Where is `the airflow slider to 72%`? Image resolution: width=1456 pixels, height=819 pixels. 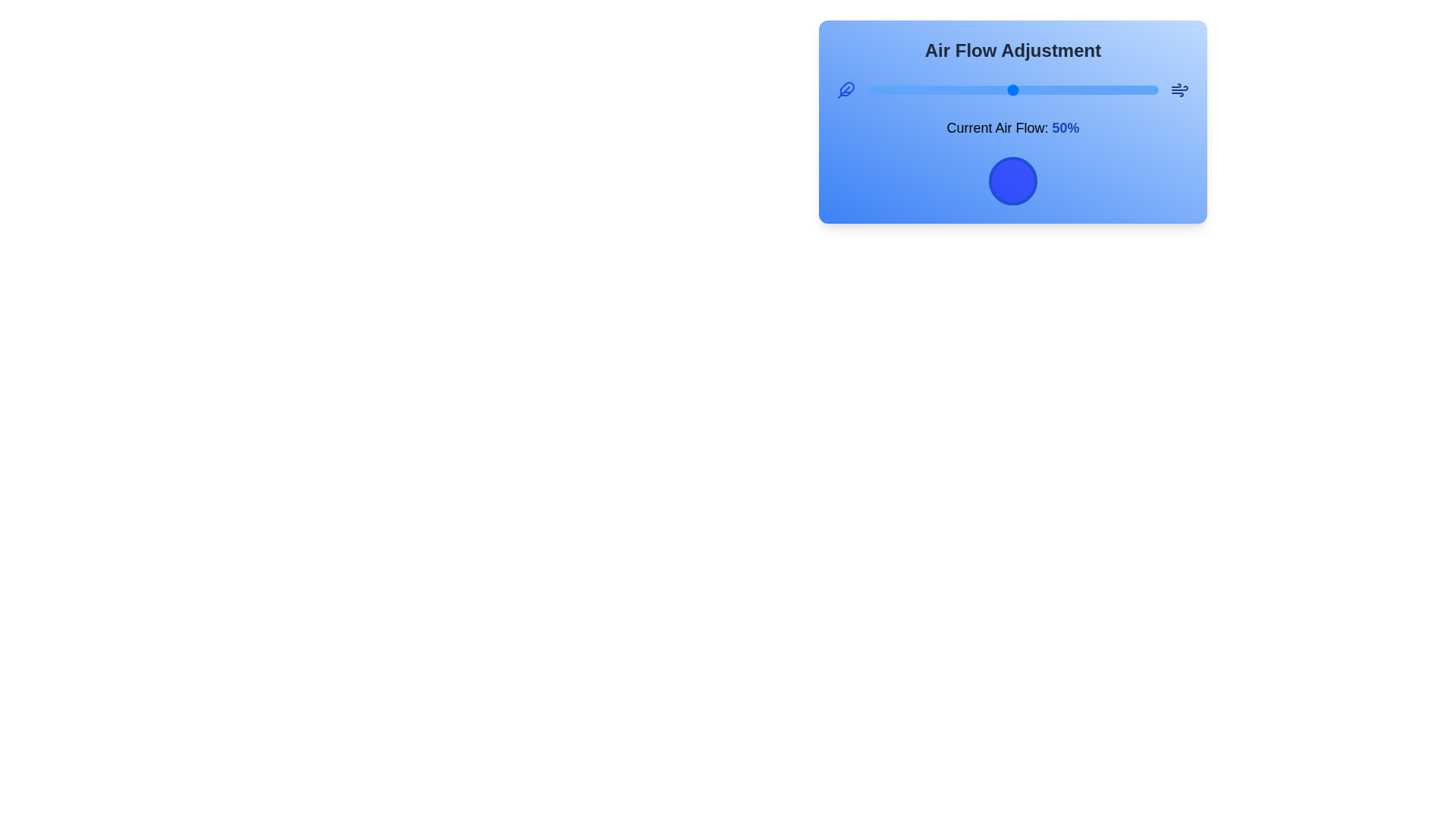
the airflow slider to 72% is located at coordinates (1076, 90).